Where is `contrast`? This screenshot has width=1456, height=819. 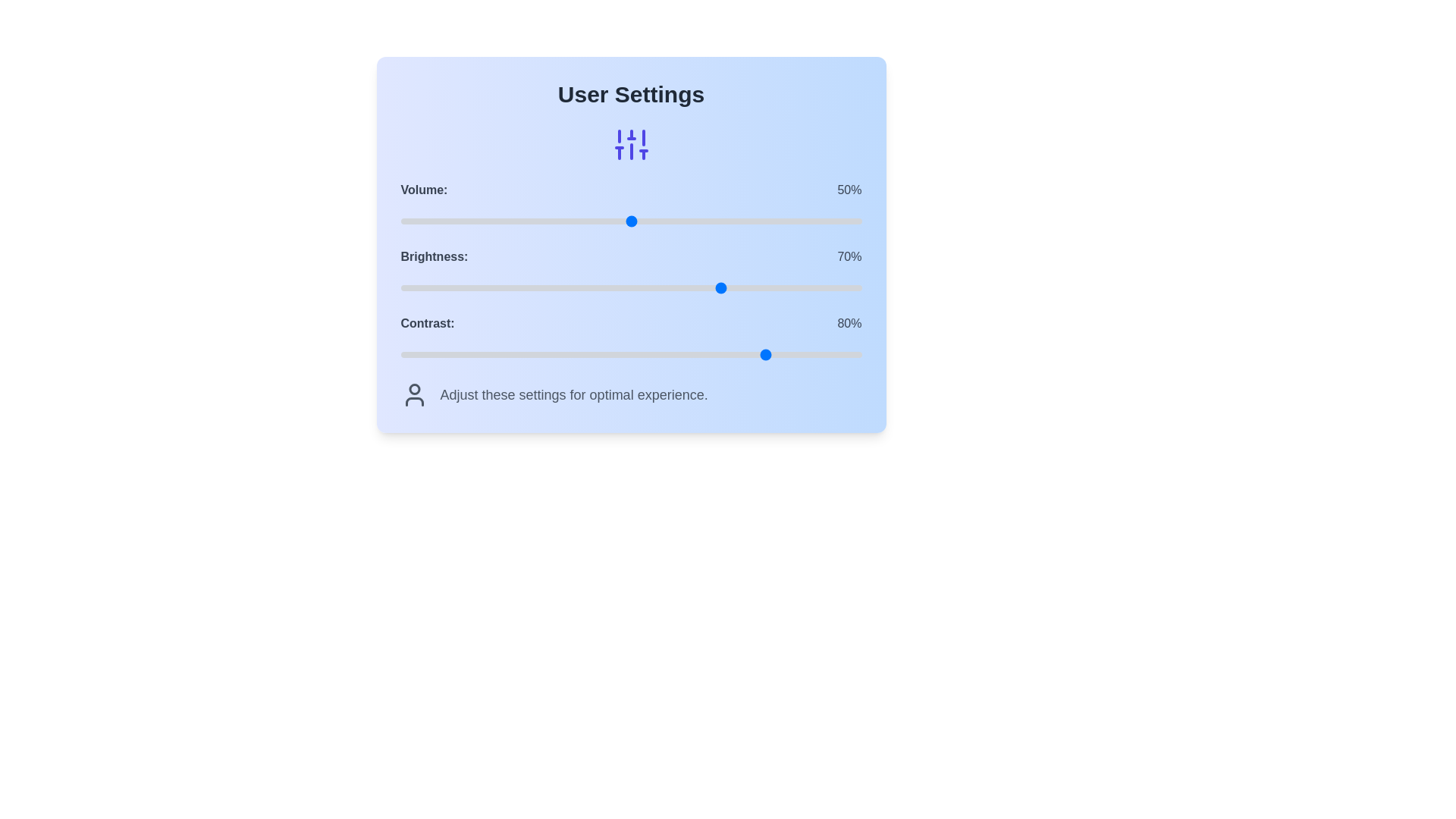 contrast is located at coordinates (525, 354).